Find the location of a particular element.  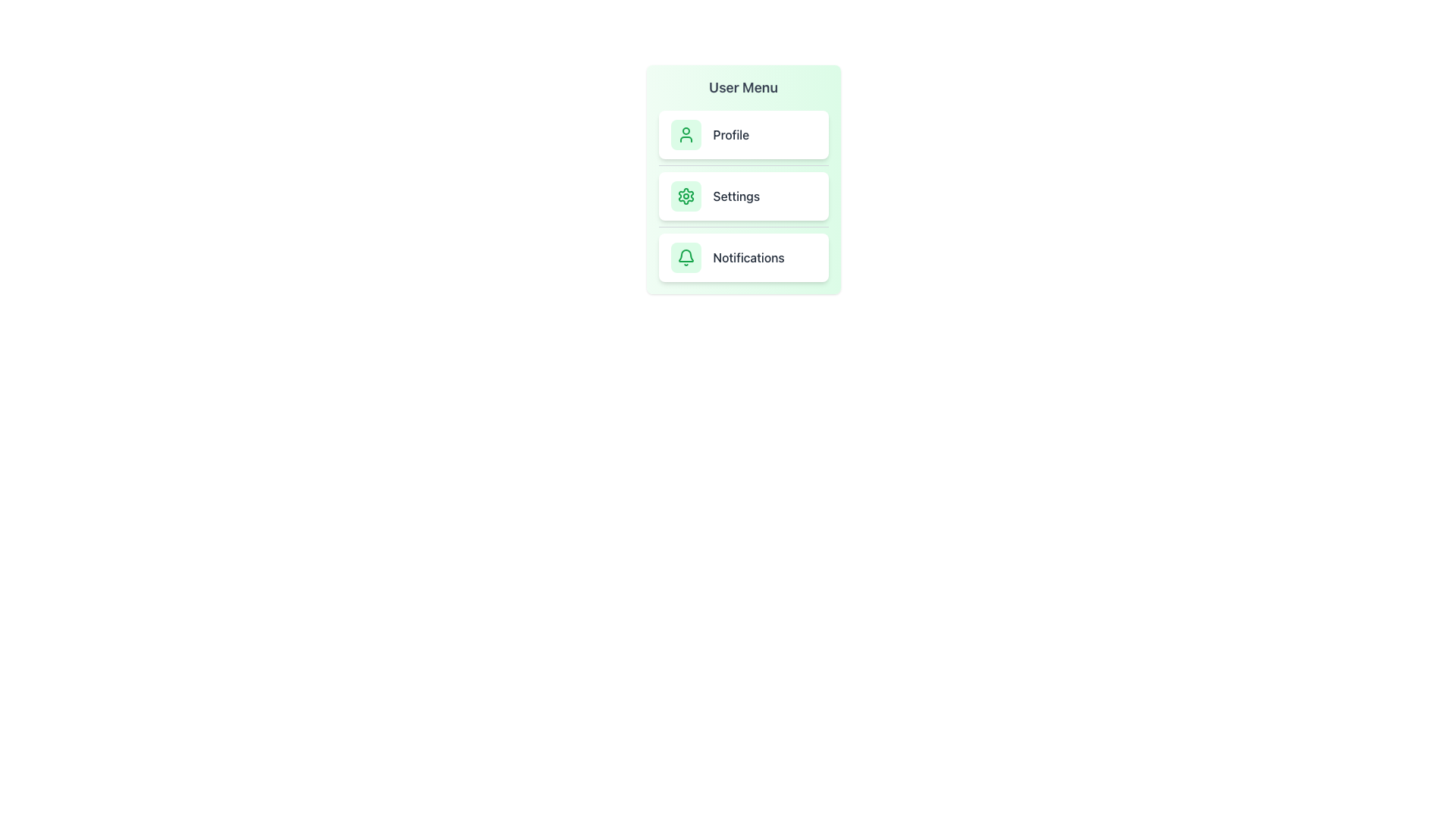

the bell icon within the 'Notifications' menu item is located at coordinates (685, 256).